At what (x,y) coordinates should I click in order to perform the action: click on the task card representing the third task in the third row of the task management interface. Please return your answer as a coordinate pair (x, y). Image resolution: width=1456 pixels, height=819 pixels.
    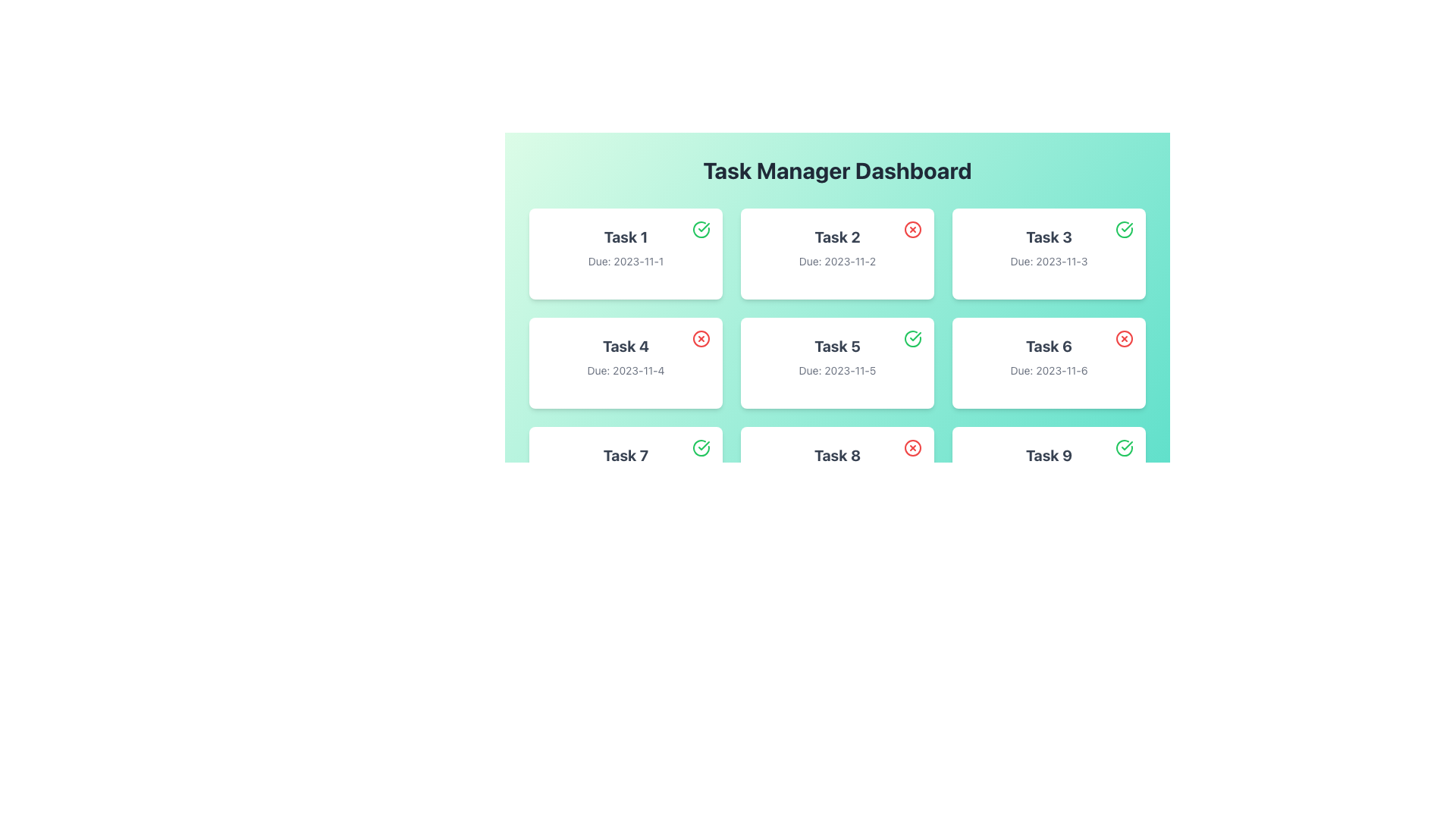
    Looking at the image, I should click on (1048, 472).